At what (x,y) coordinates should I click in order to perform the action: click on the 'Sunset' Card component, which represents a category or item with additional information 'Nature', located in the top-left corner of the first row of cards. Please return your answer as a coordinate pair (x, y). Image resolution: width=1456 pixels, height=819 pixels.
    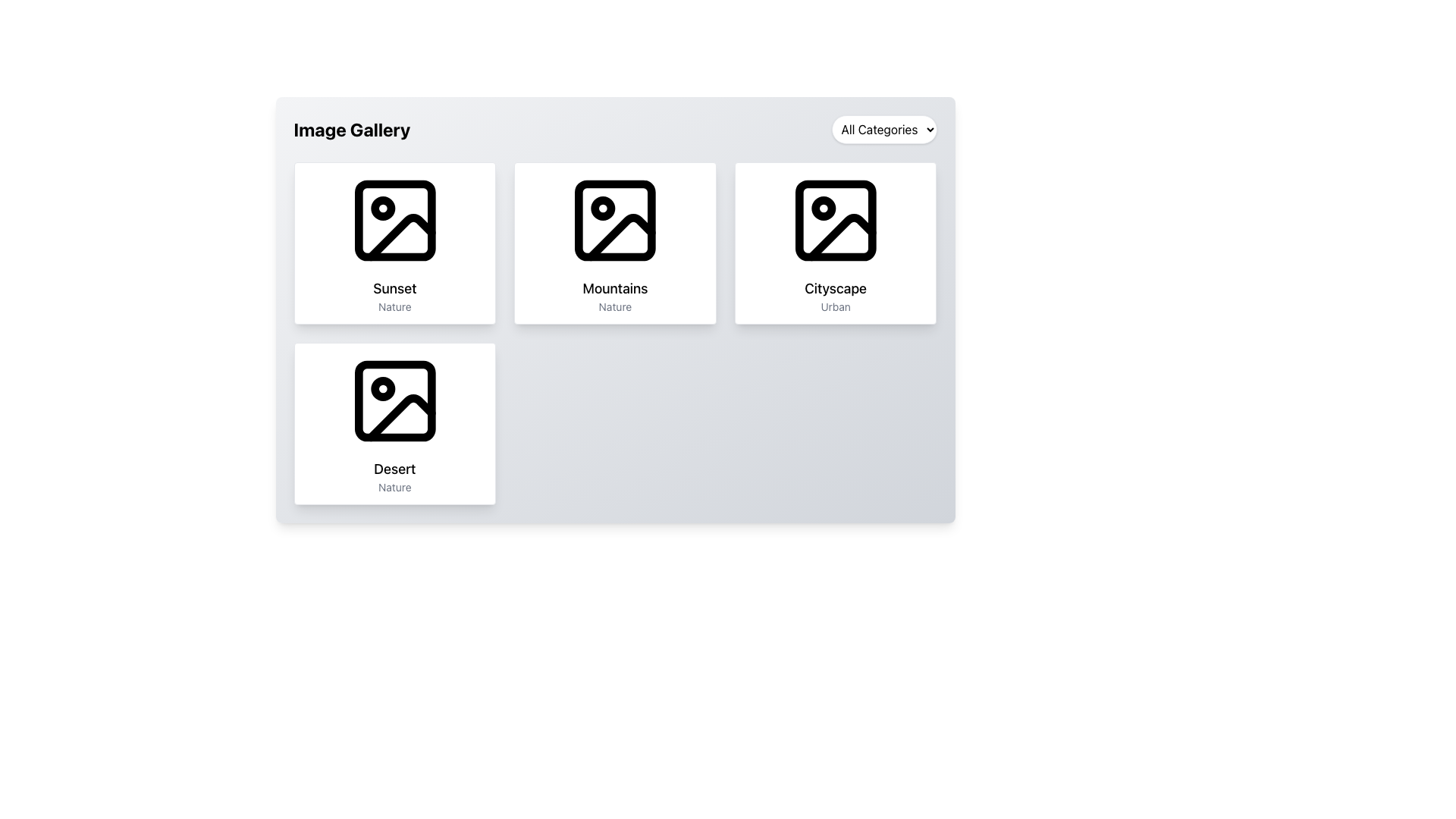
    Looking at the image, I should click on (394, 242).